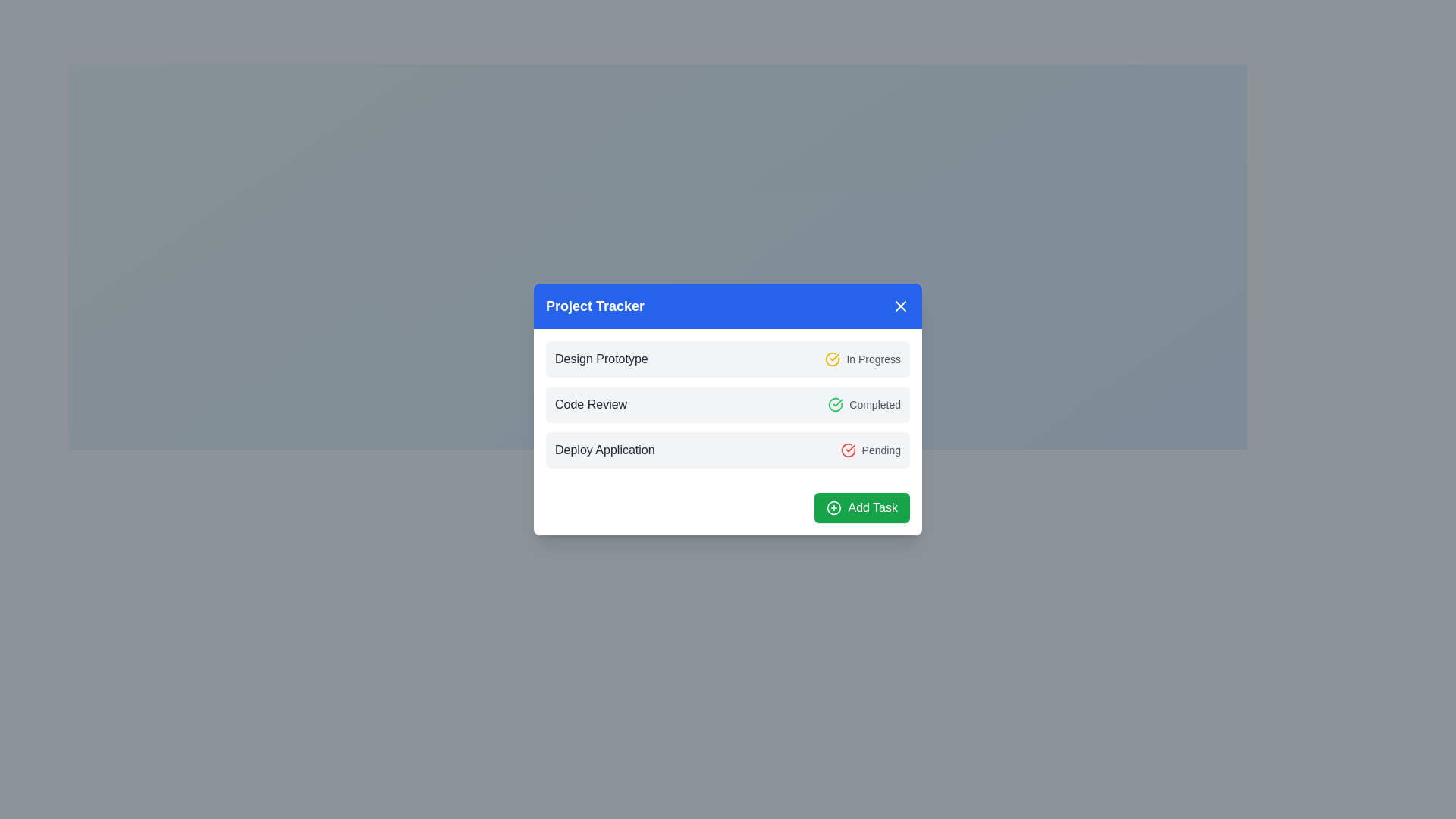  I want to click on the circular green icon with a checkmark located next to the 'Code Review' text in the 'Completed' section, so click(835, 403).